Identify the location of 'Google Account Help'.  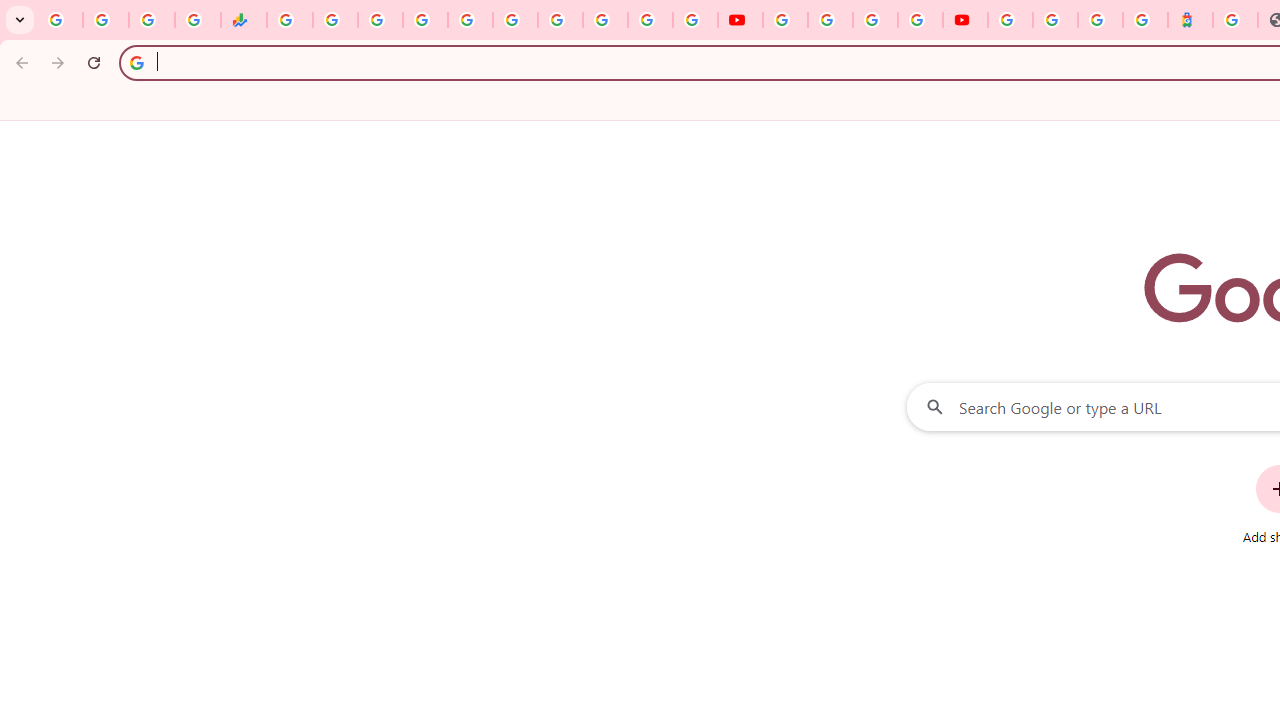
(830, 20).